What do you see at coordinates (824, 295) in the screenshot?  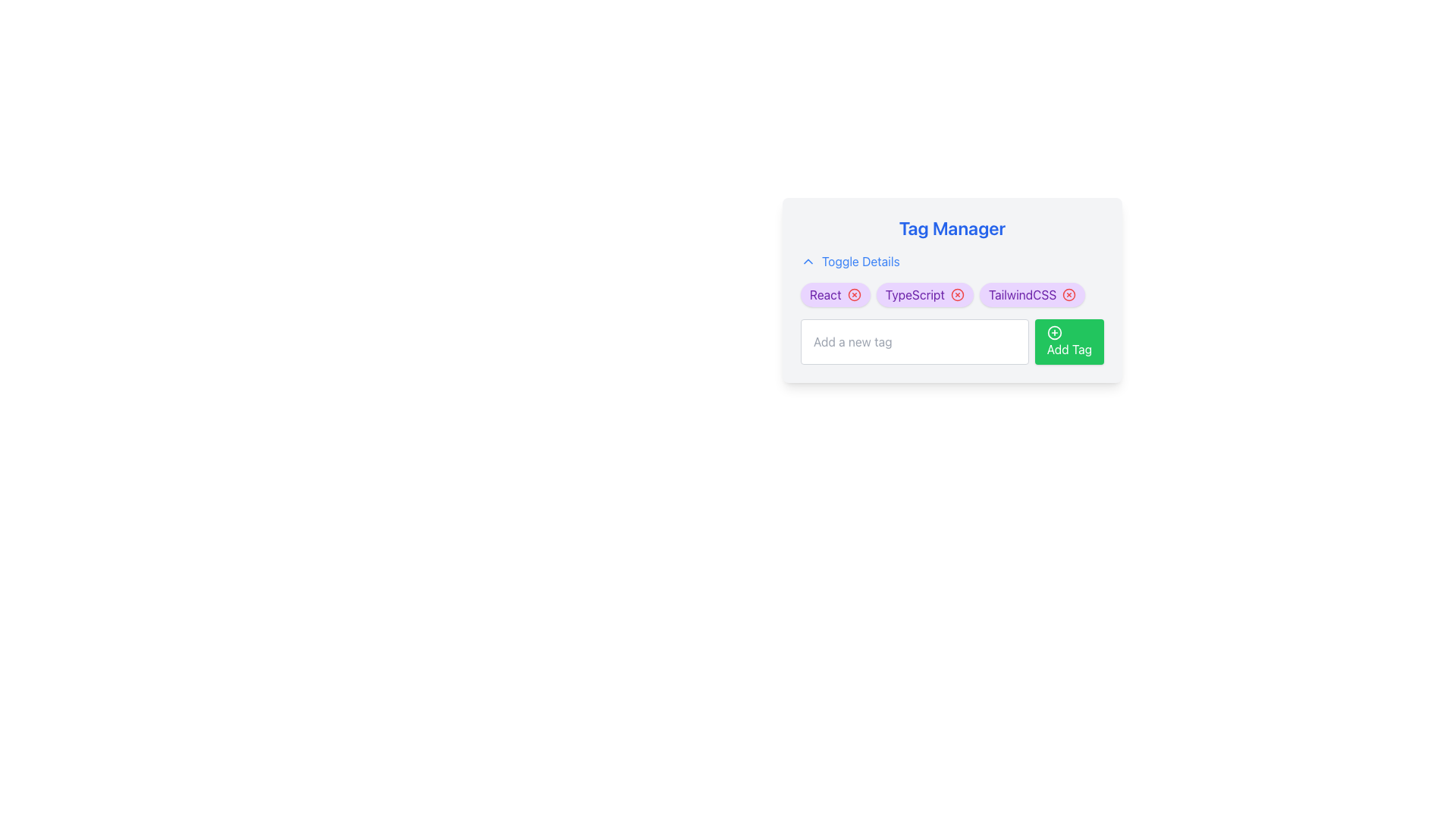 I see `the 'React' tag, which is the first element in the Tag Manager list` at bounding box center [824, 295].